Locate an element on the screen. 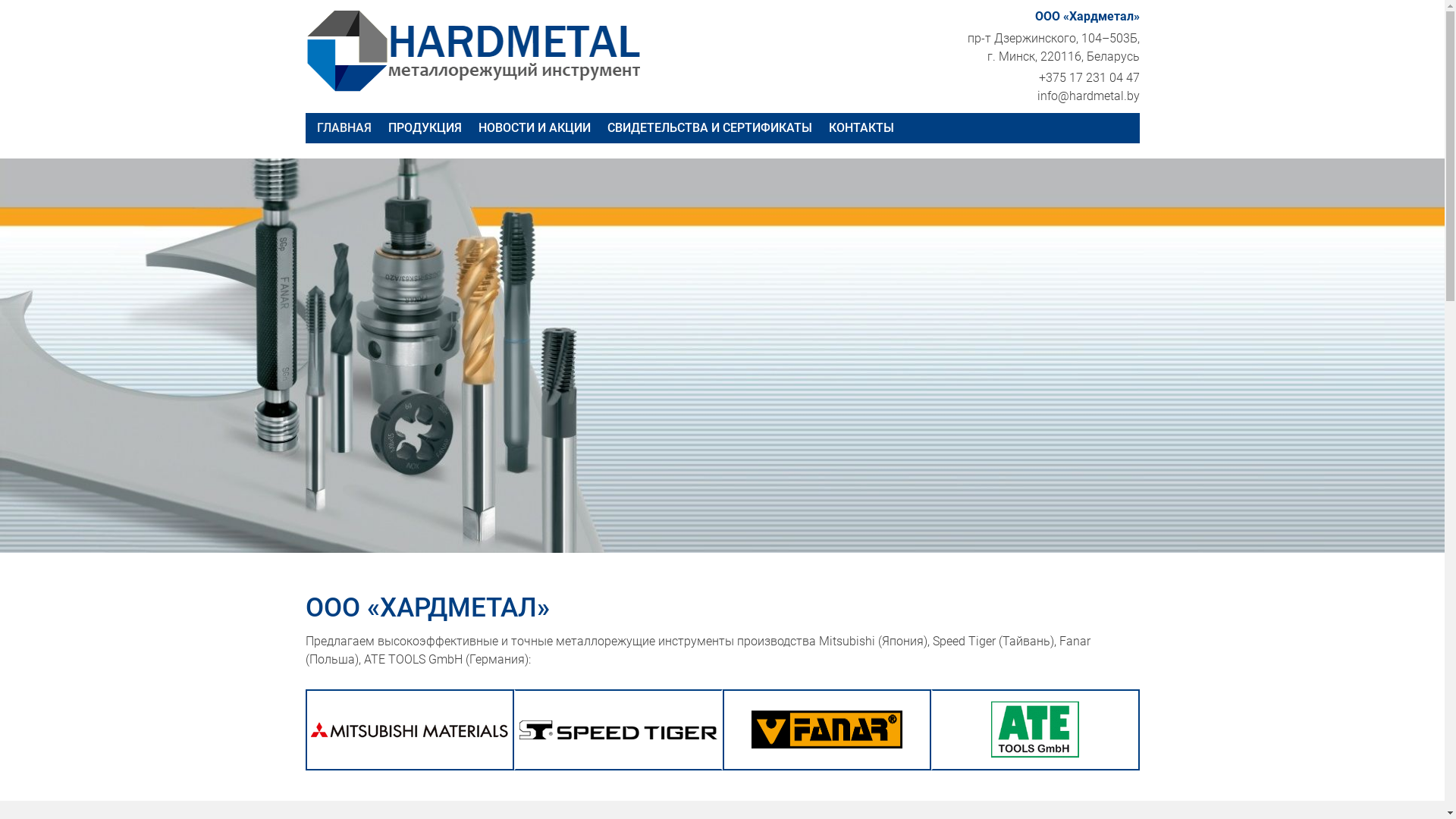 The image size is (1456, 819). '+375 17 231 04 47' is located at coordinates (1088, 77).